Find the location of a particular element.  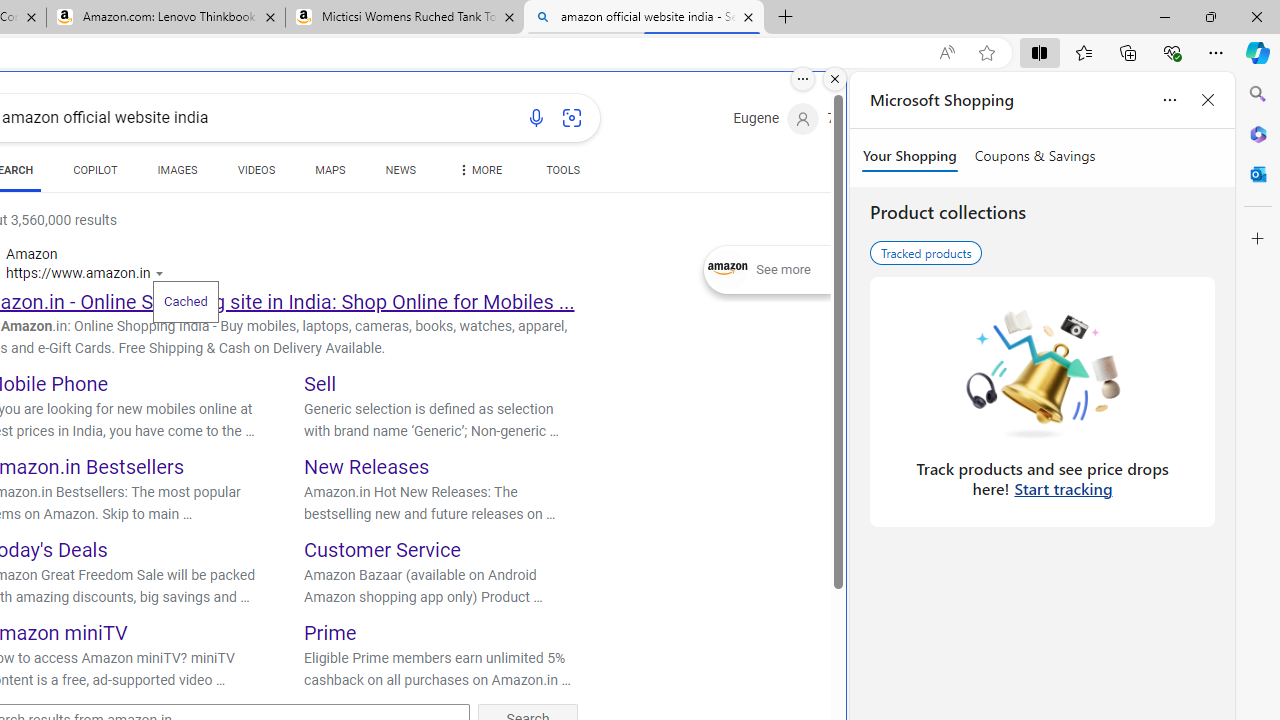

'Settings and more (Alt+F)' is located at coordinates (1215, 51).